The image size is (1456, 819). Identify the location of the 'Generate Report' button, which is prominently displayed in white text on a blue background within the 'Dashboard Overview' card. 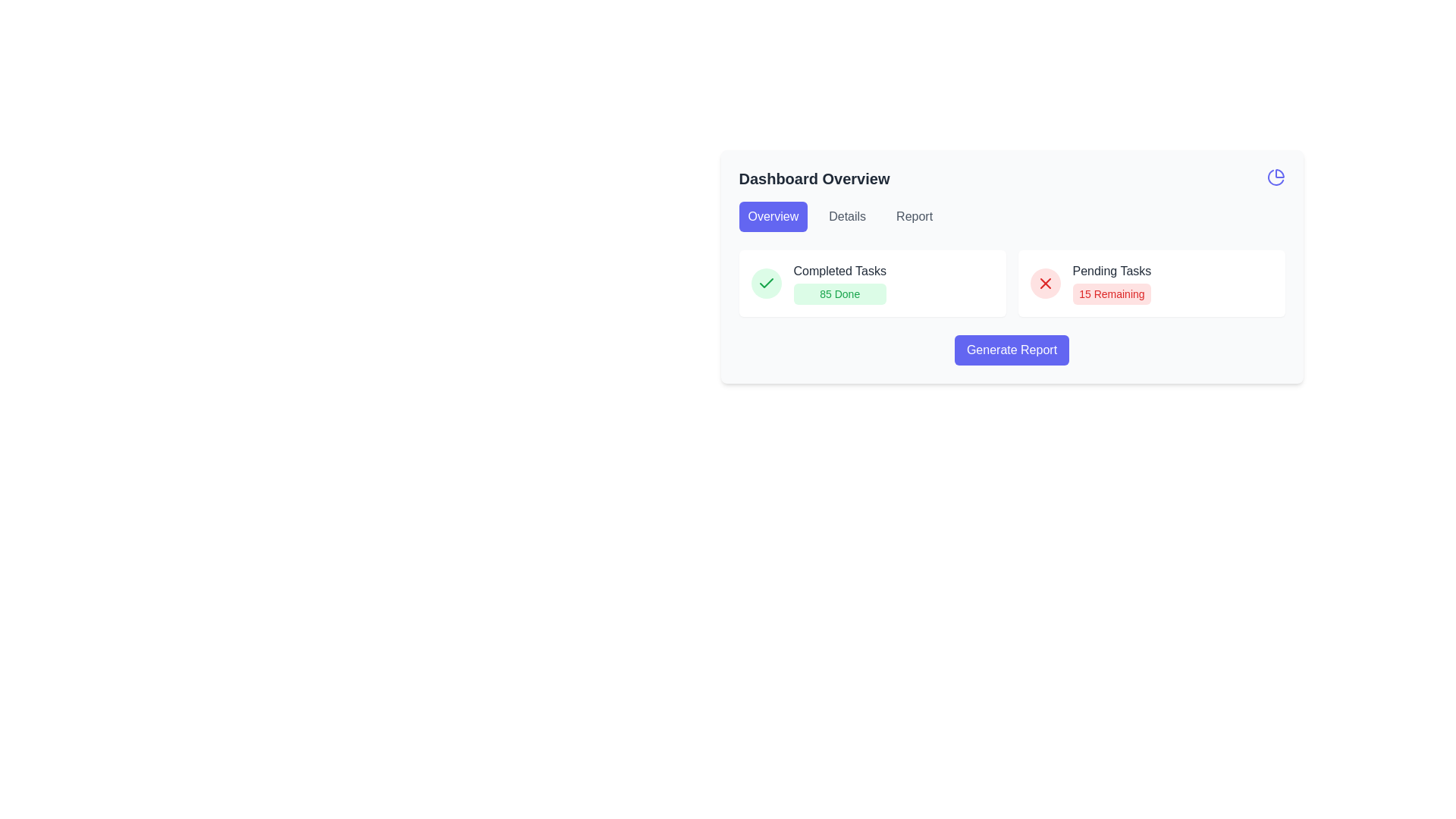
(1012, 350).